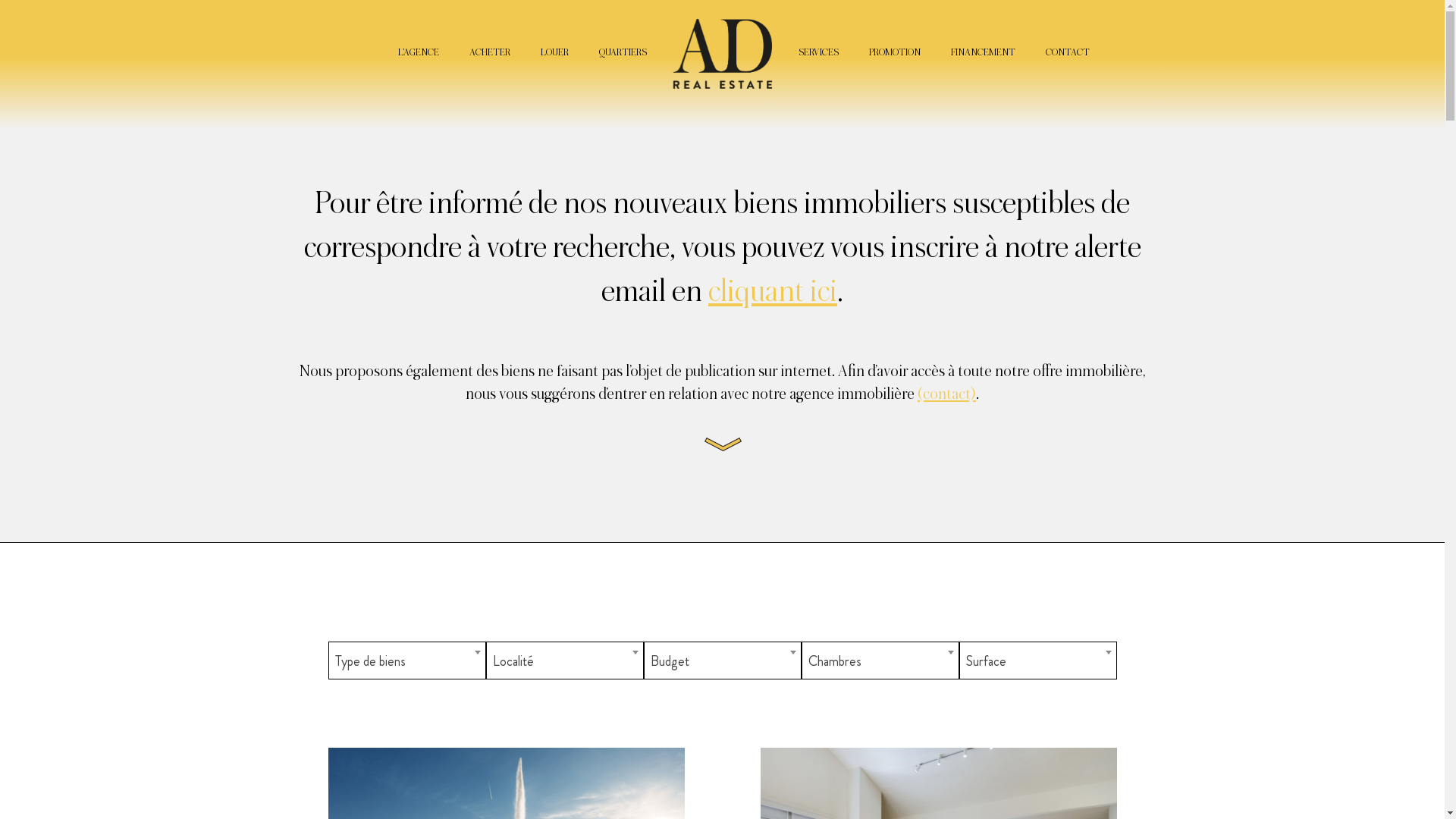 The image size is (1456, 819). I want to click on 'CONTACT', so click(1043, 52).